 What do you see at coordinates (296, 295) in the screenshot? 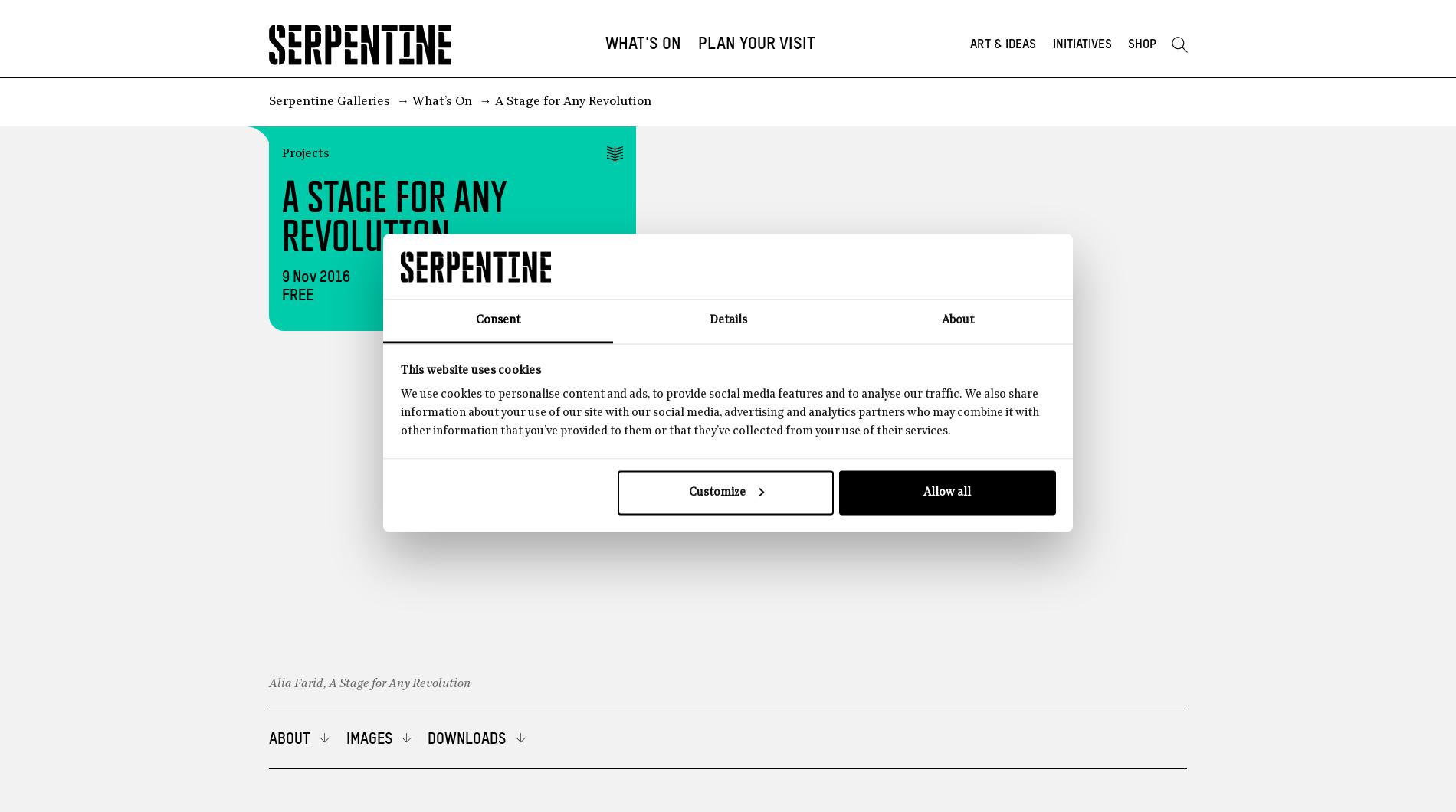
I see `'Free'` at bounding box center [296, 295].